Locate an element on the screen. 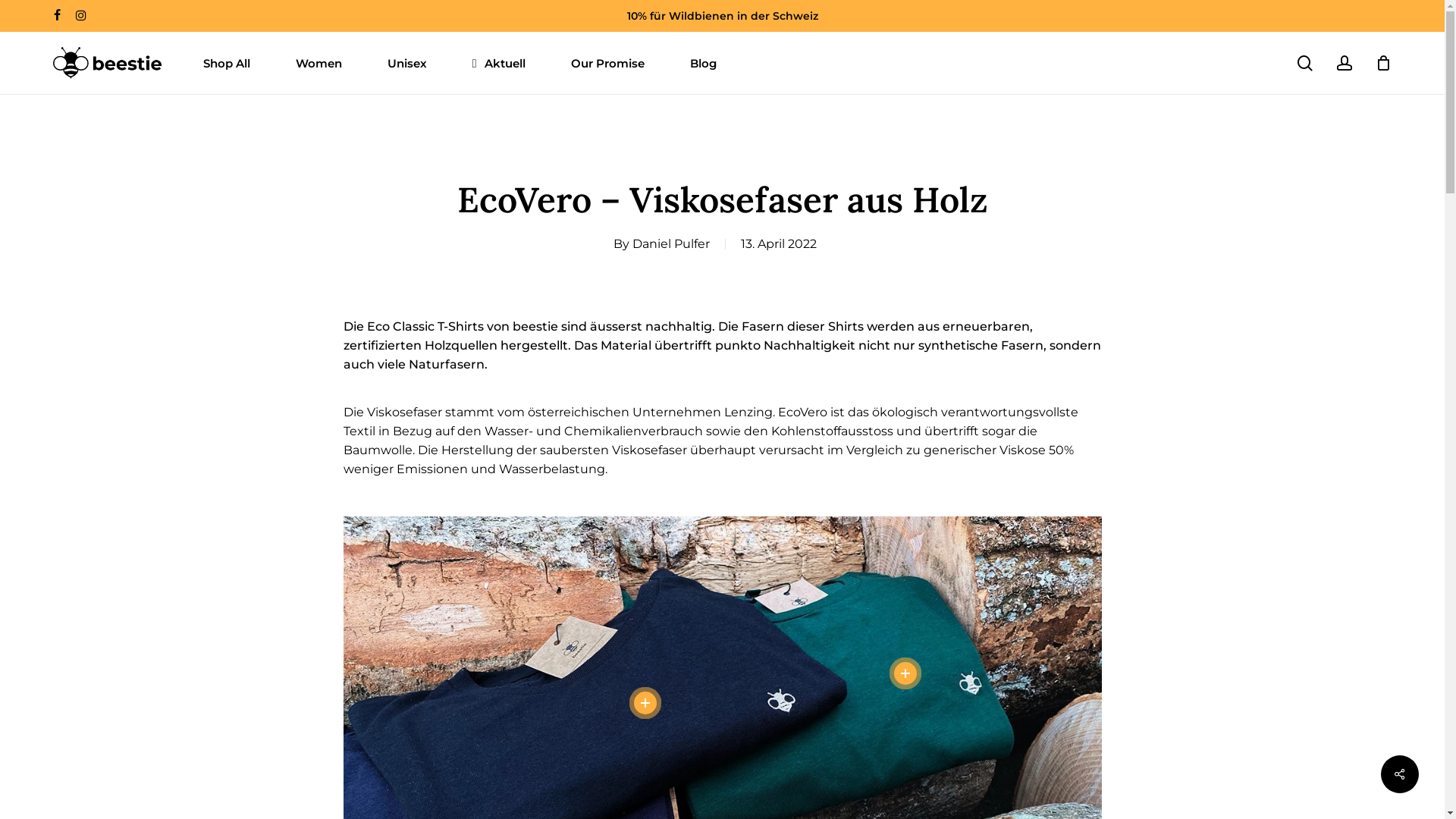  'Blog' is located at coordinates (702, 61).